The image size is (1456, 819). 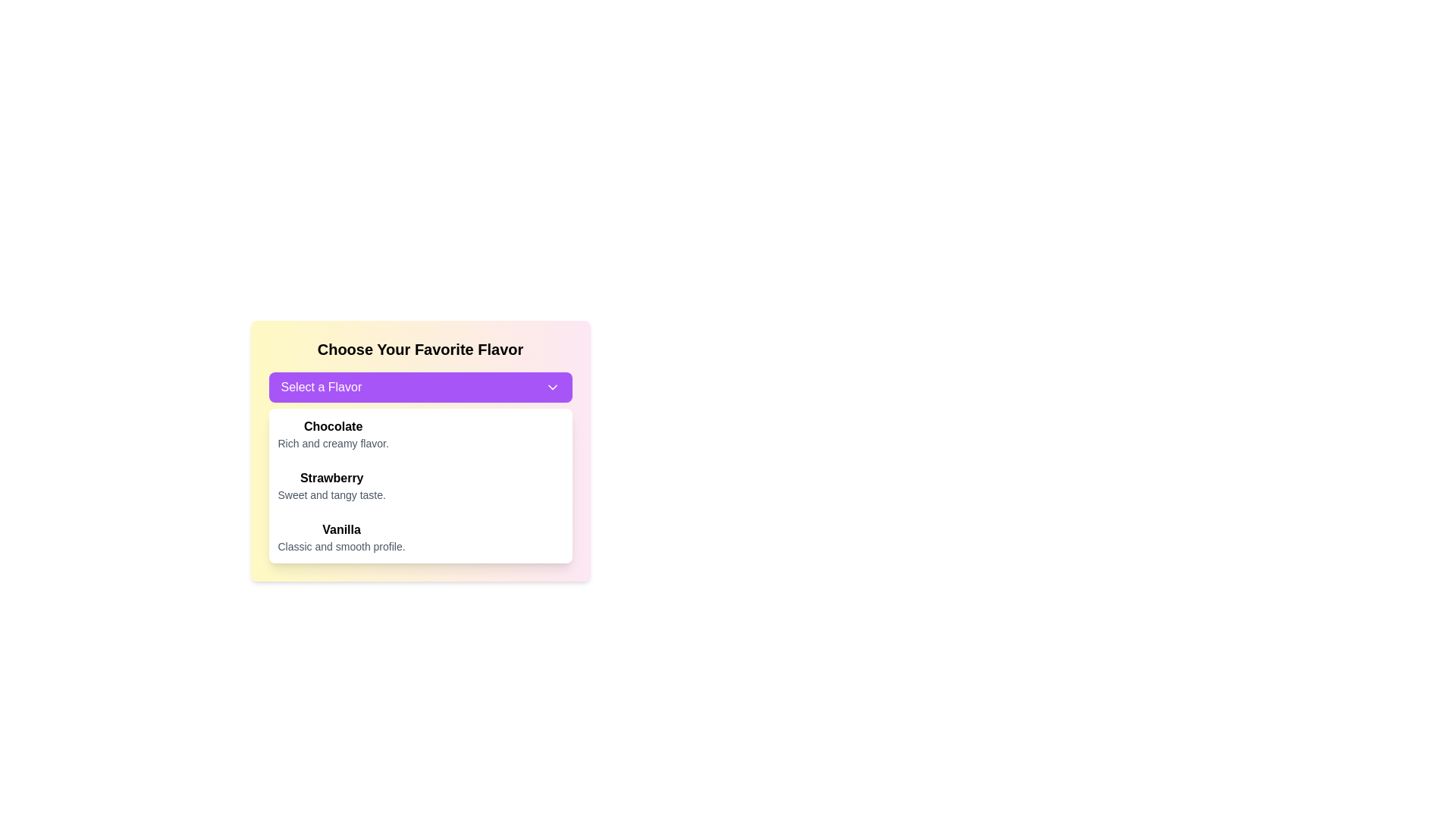 What do you see at coordinates (340, 537) in the screenshot?
I see `the third flavor option in the dropdown menu` at bounding box center [340, 537].